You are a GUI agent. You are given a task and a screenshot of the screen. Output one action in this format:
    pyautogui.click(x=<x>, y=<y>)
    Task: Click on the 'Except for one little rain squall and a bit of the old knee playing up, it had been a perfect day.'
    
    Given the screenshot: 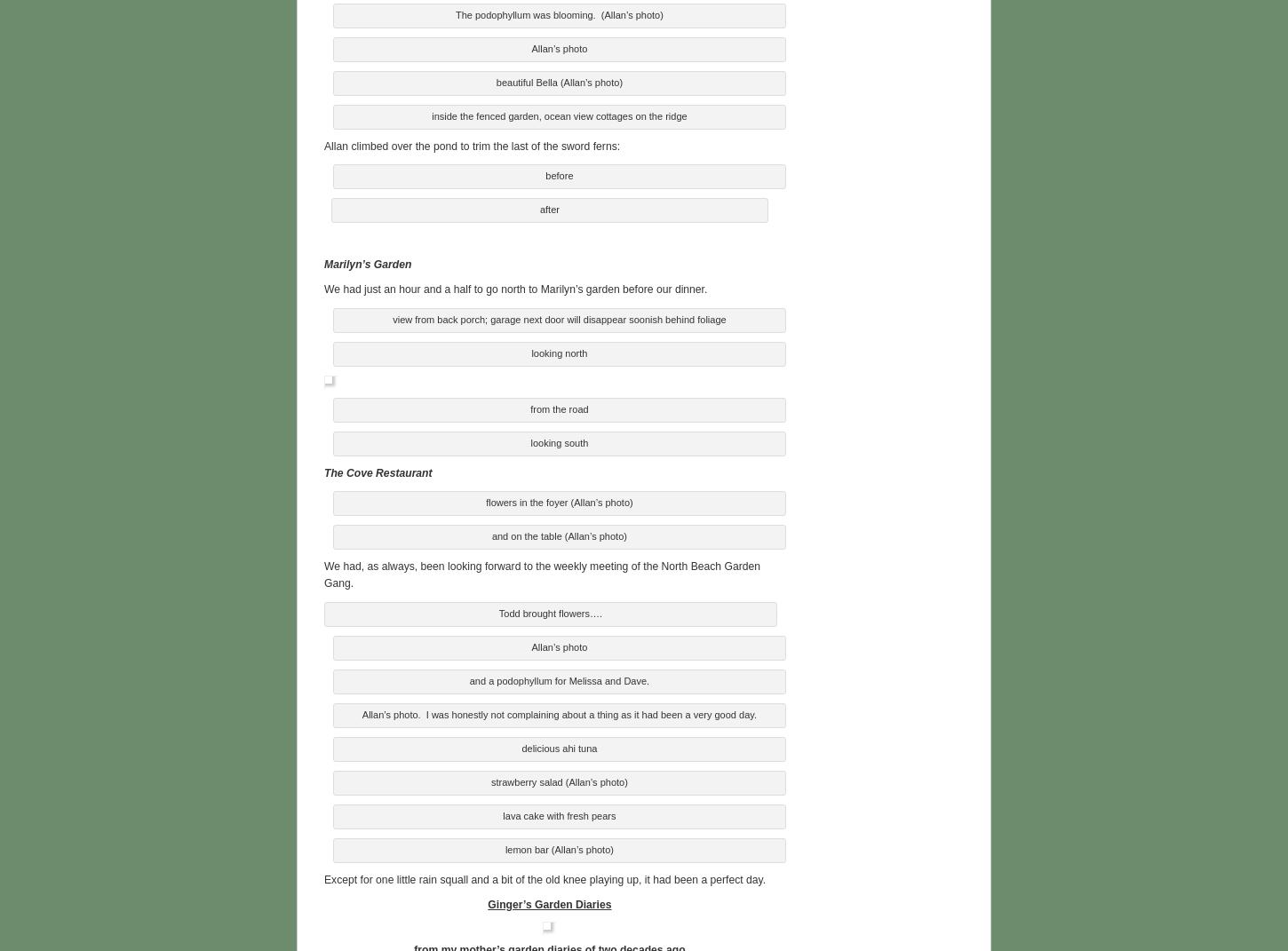 What is the action you would take?
    pyautogui.click(x=544, y=876)
    